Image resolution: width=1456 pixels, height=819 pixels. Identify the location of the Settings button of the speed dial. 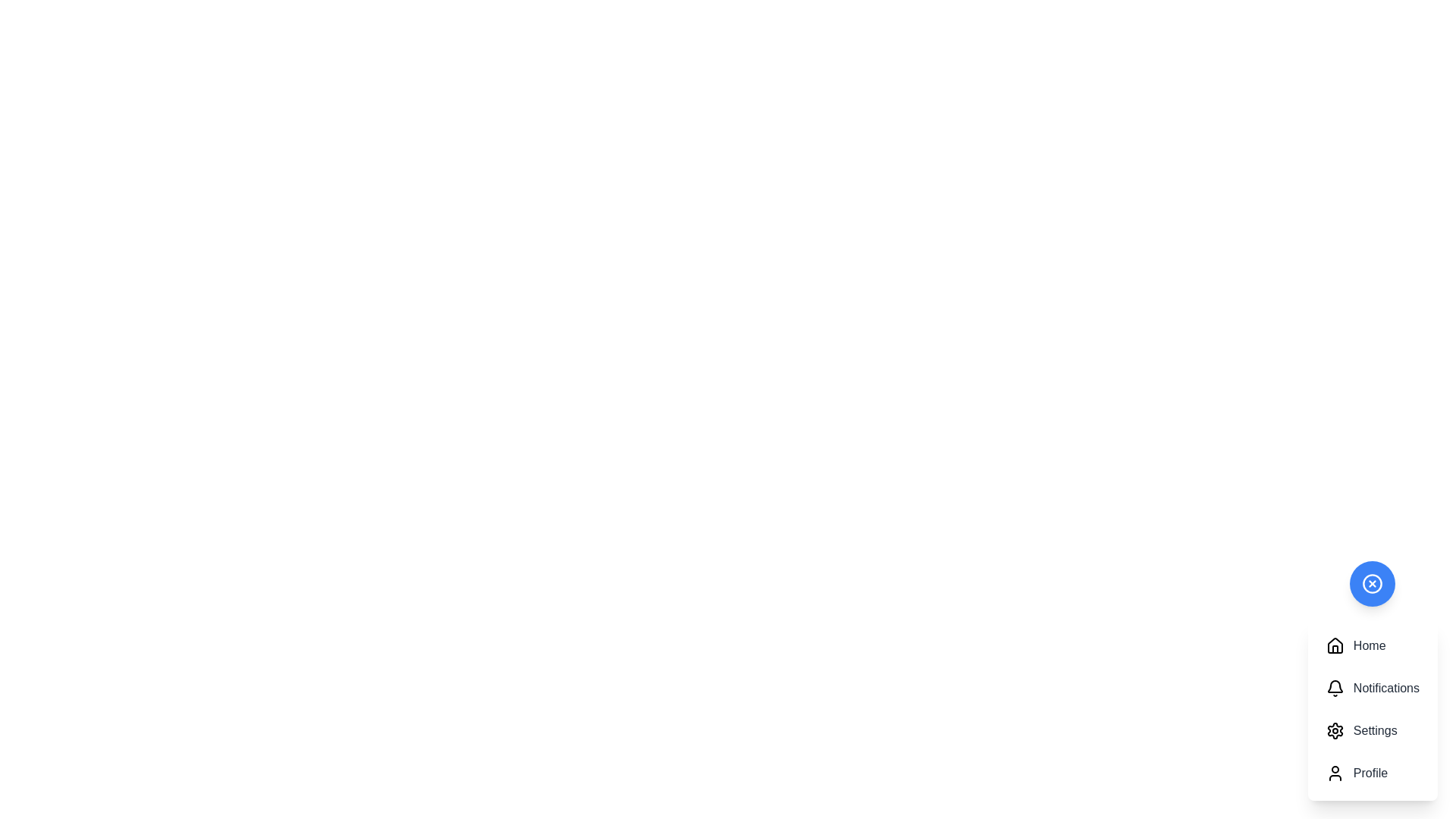
(1372, 730).